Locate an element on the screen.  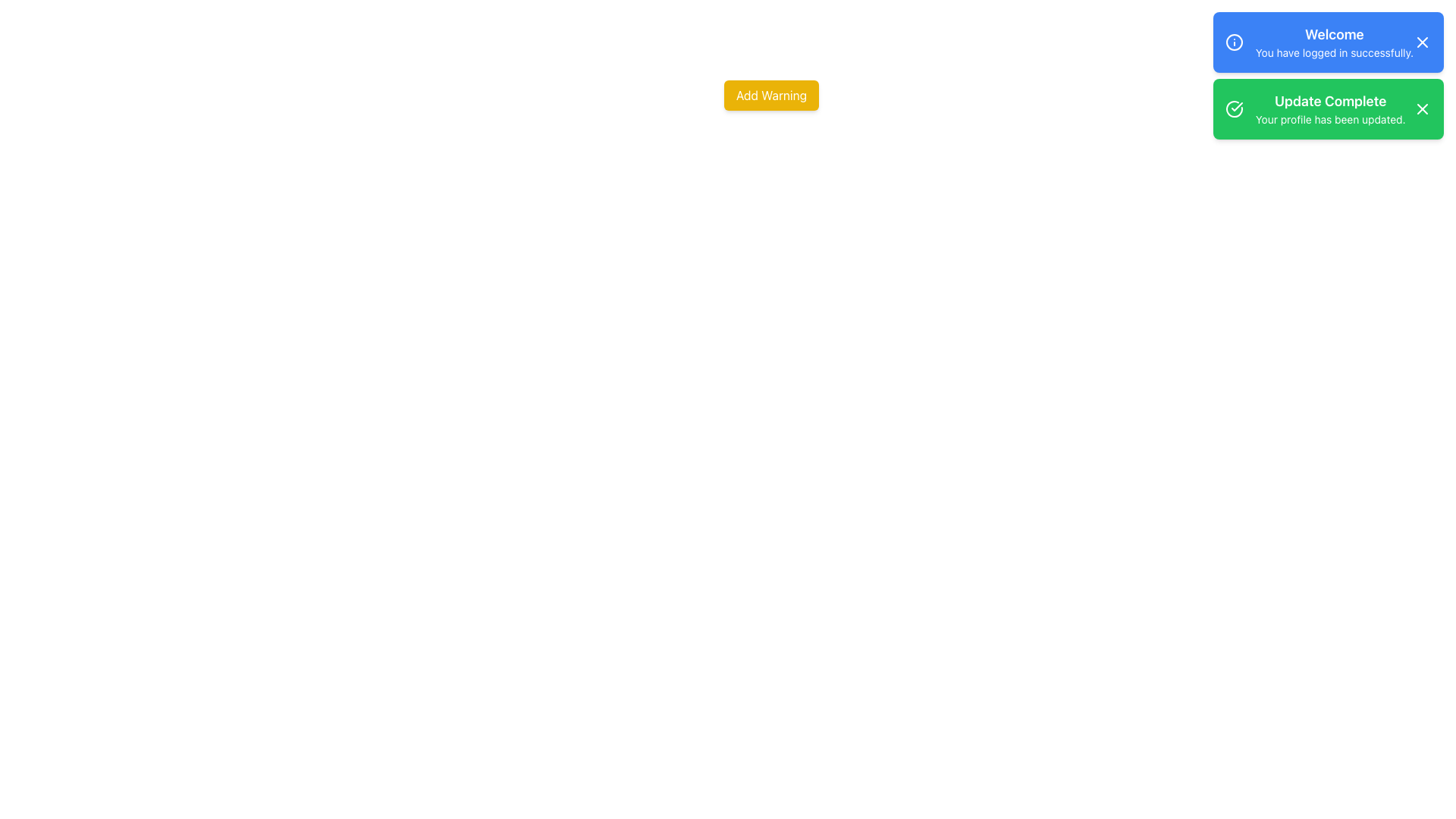
text content of the header element displaying 'Update Complete' in bold font within the green notification bar is located at coordinates (1329, 102).